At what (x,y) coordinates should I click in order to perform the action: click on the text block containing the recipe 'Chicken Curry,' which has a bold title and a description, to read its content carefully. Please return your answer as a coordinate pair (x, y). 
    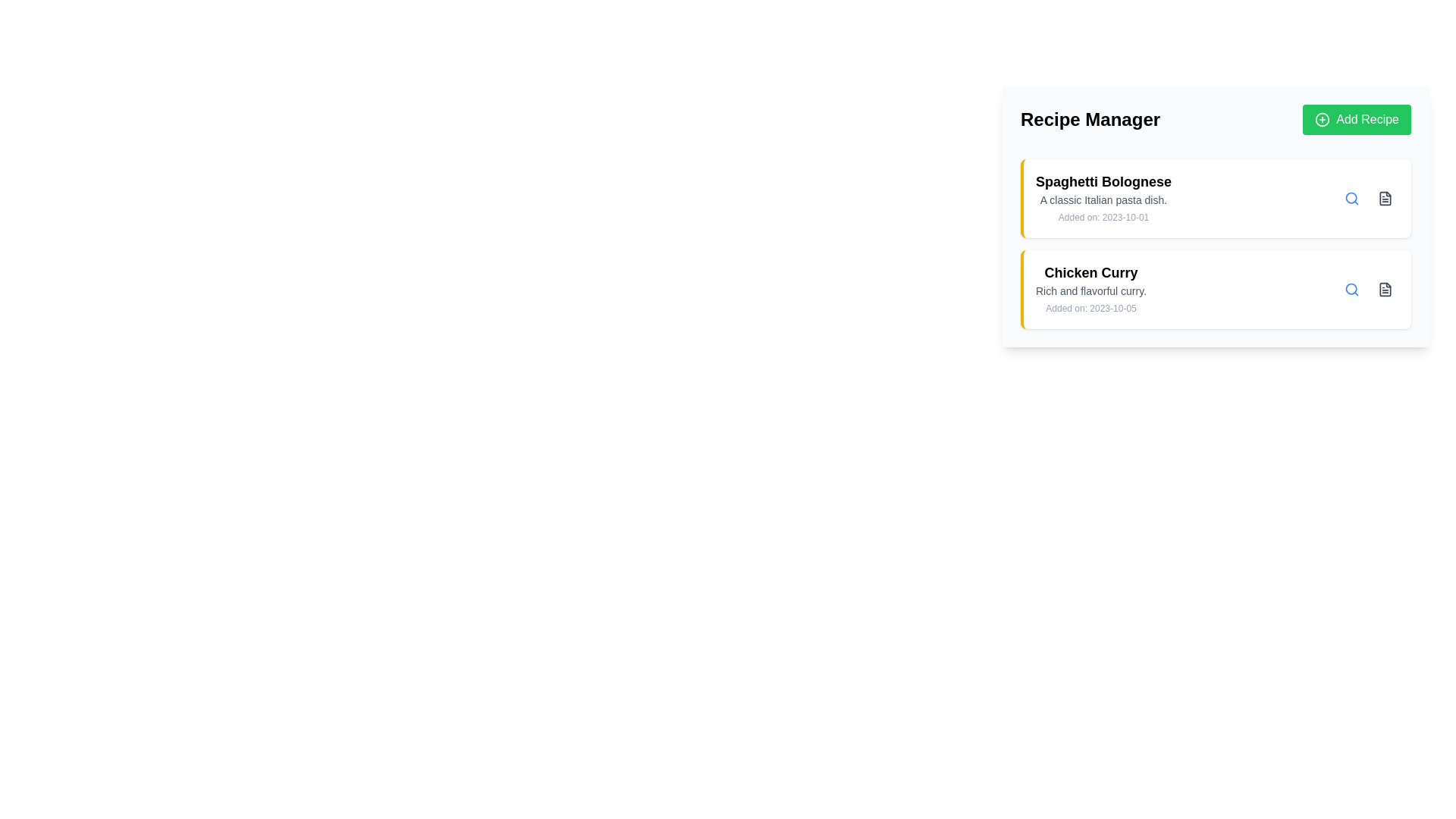
    Looking at the image, I should click on (1090, 289).